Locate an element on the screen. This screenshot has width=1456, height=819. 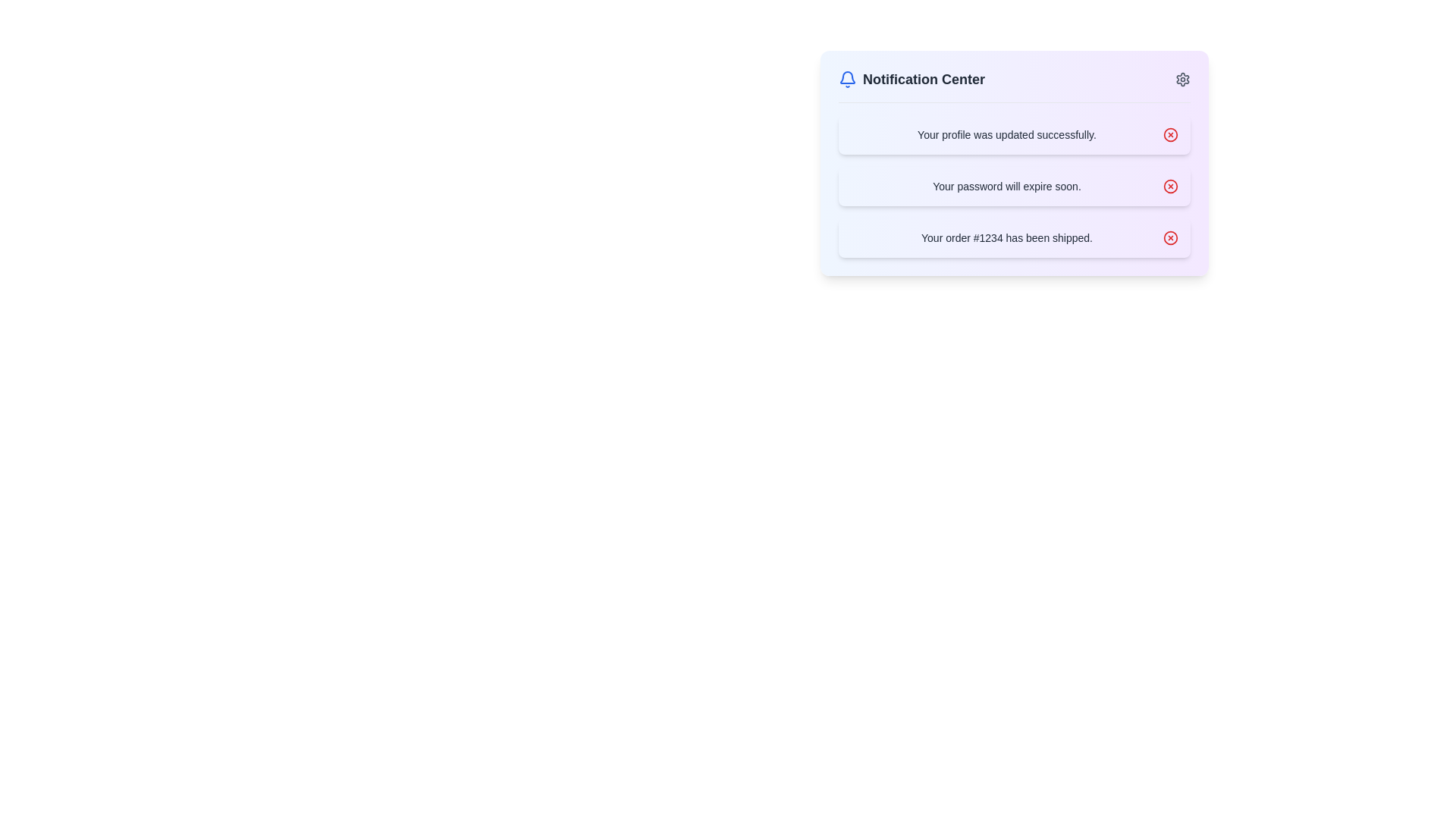
information displayed in the text element that states 'Your order #1234 has been shipped.' situated as the third notification item from the top in the Notification Center is located at coordinates (1007, 237).